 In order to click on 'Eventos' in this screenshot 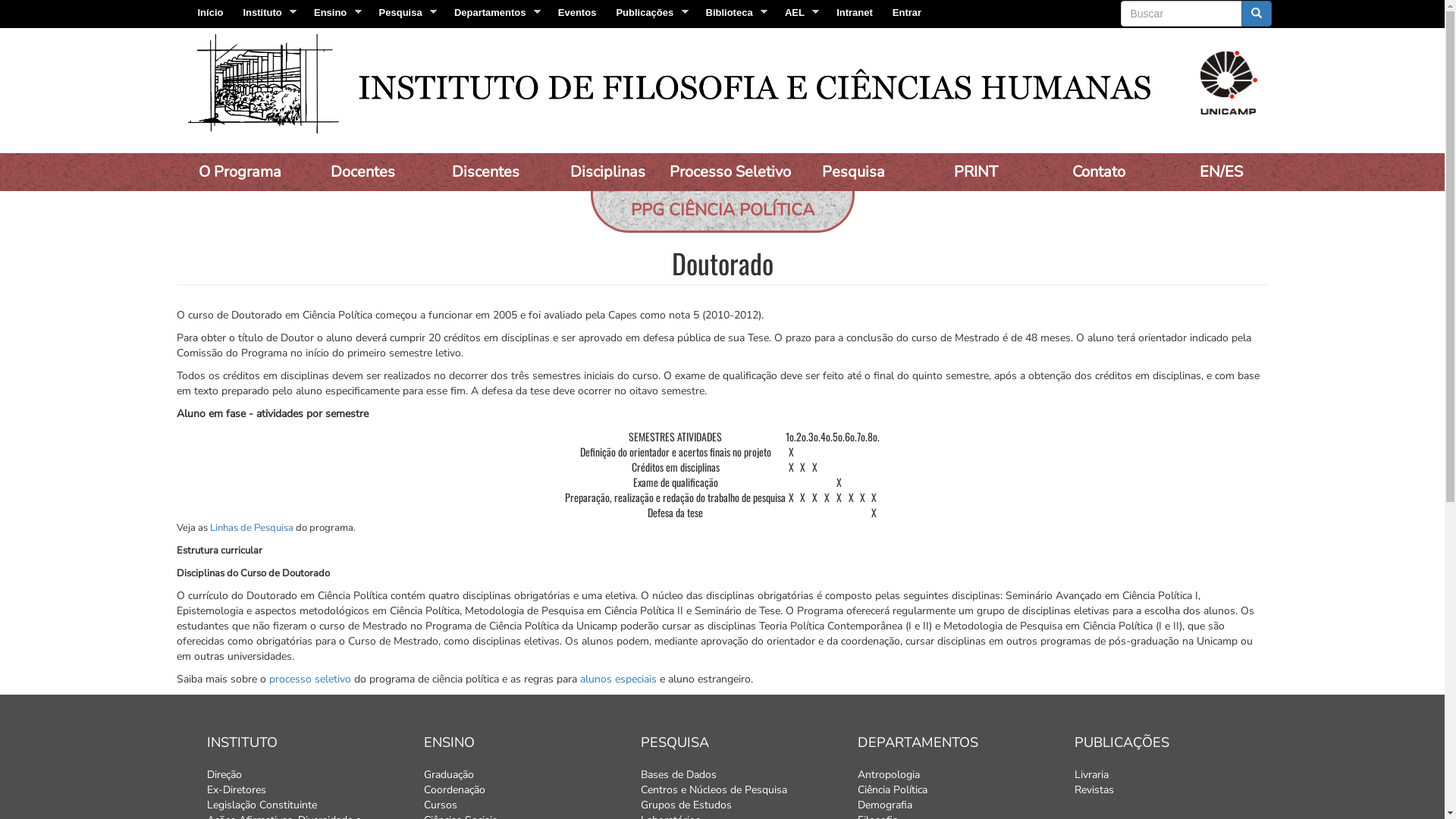, I will do `click(548, 12)`.